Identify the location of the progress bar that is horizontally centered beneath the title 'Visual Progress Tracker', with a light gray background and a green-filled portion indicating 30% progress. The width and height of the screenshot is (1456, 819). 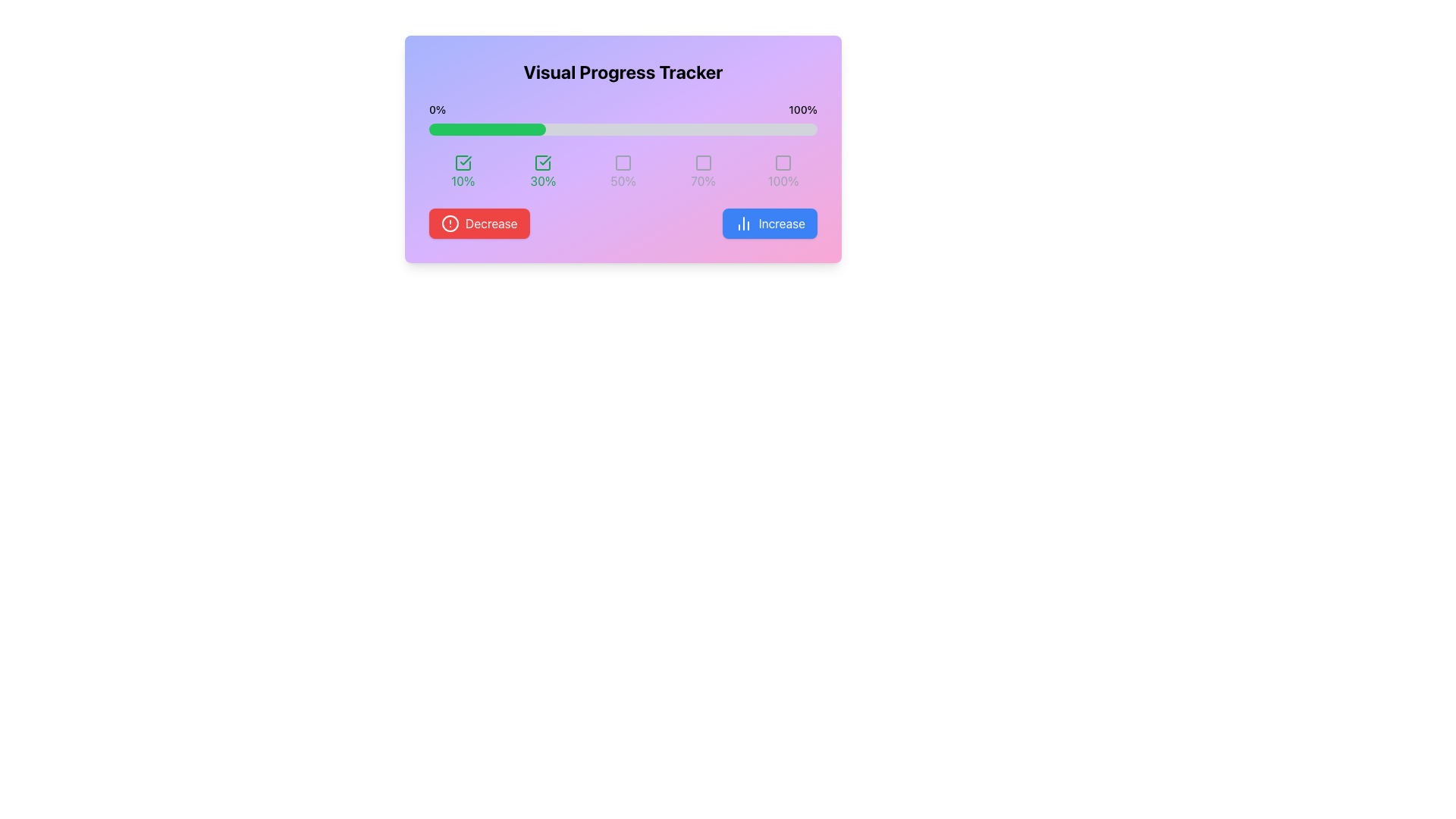
(623, 128).